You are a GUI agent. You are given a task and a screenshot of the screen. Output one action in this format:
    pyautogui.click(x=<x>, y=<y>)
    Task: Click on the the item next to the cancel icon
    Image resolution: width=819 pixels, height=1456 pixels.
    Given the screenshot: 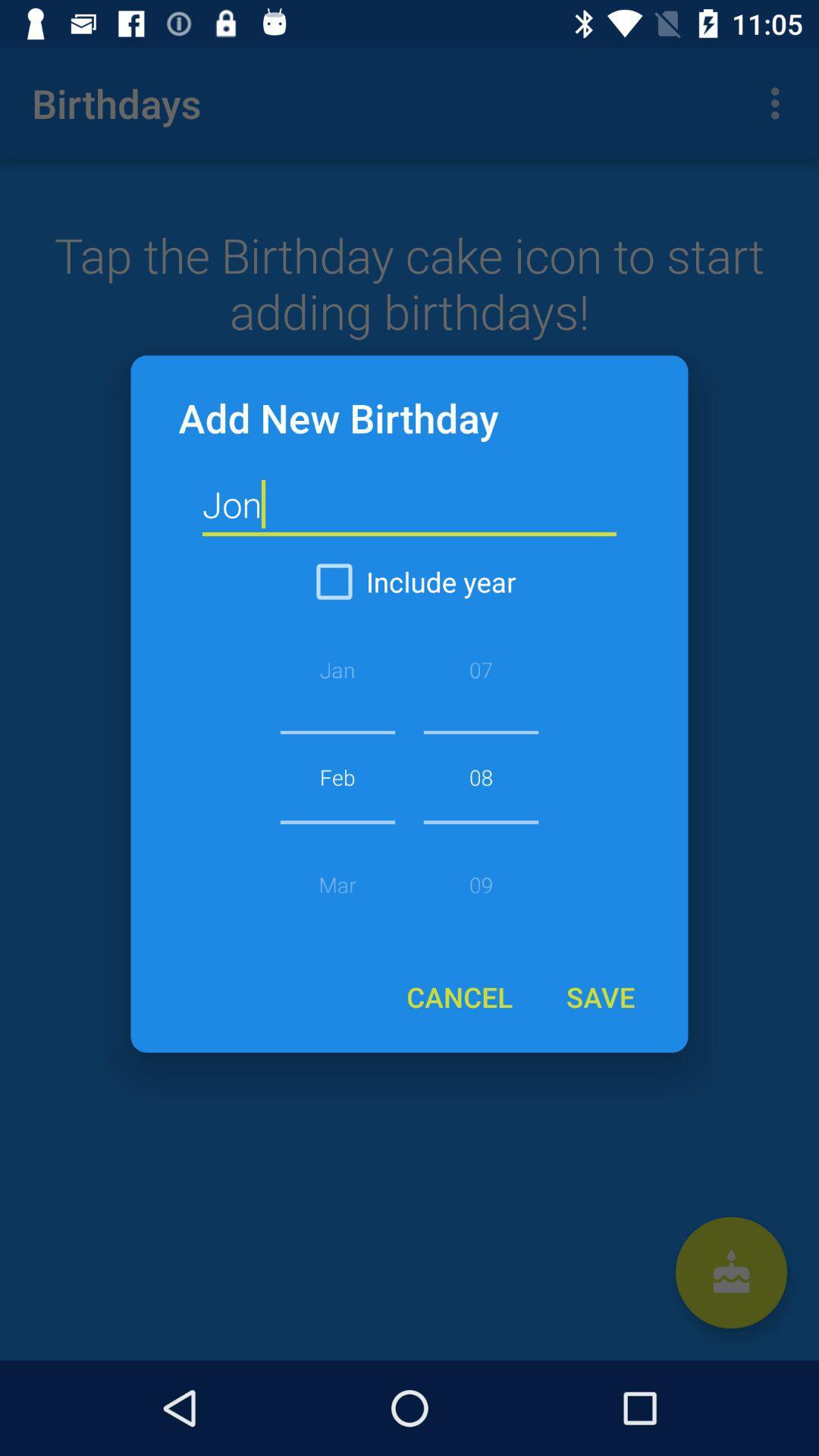 What is the action you would take?
    pyautogui.click(x=599, y=996)
    